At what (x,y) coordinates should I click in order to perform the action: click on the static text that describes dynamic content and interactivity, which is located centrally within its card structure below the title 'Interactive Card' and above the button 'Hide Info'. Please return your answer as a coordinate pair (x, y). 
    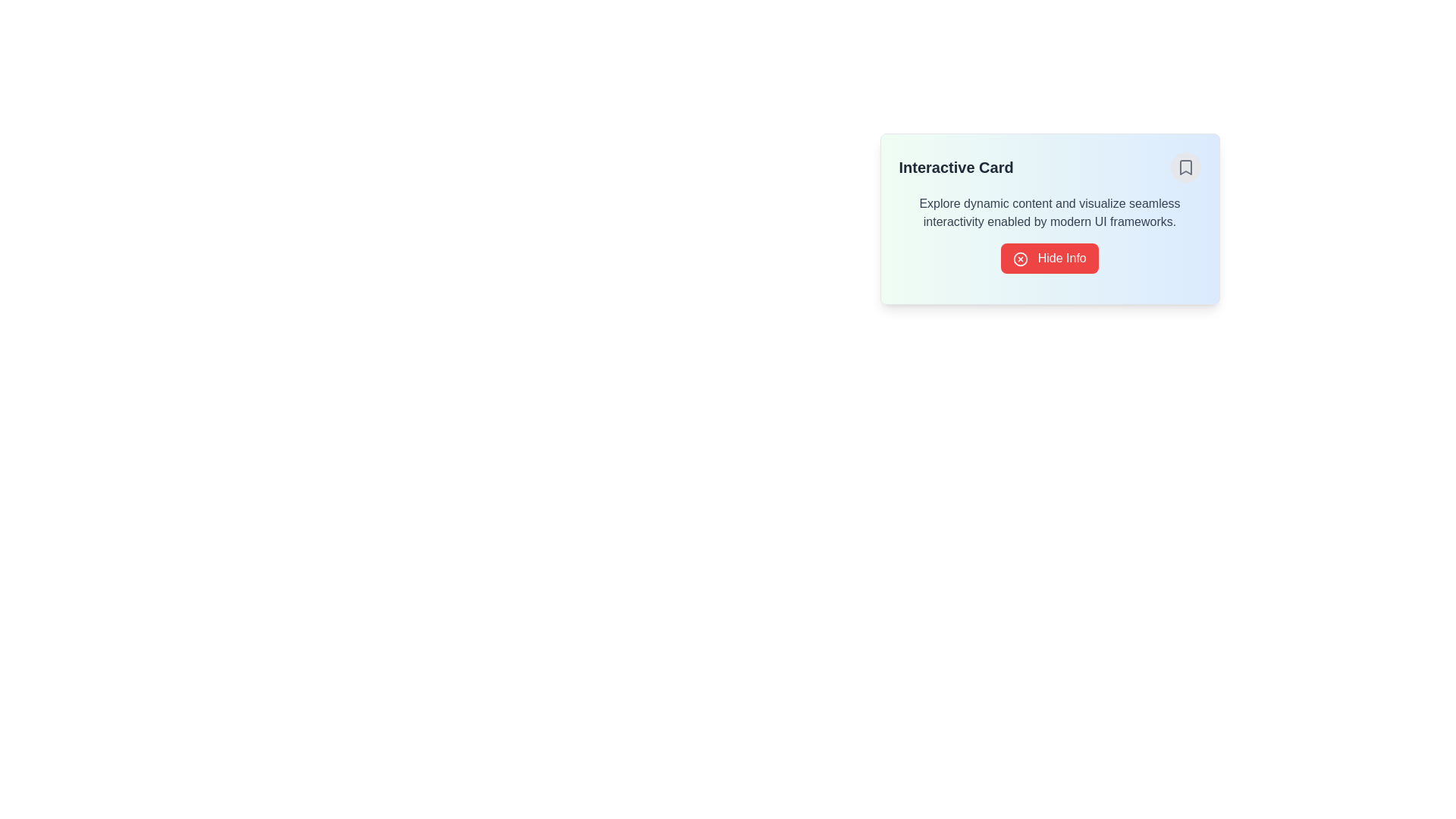
    Looking at the image, I should click on (1049, 213).